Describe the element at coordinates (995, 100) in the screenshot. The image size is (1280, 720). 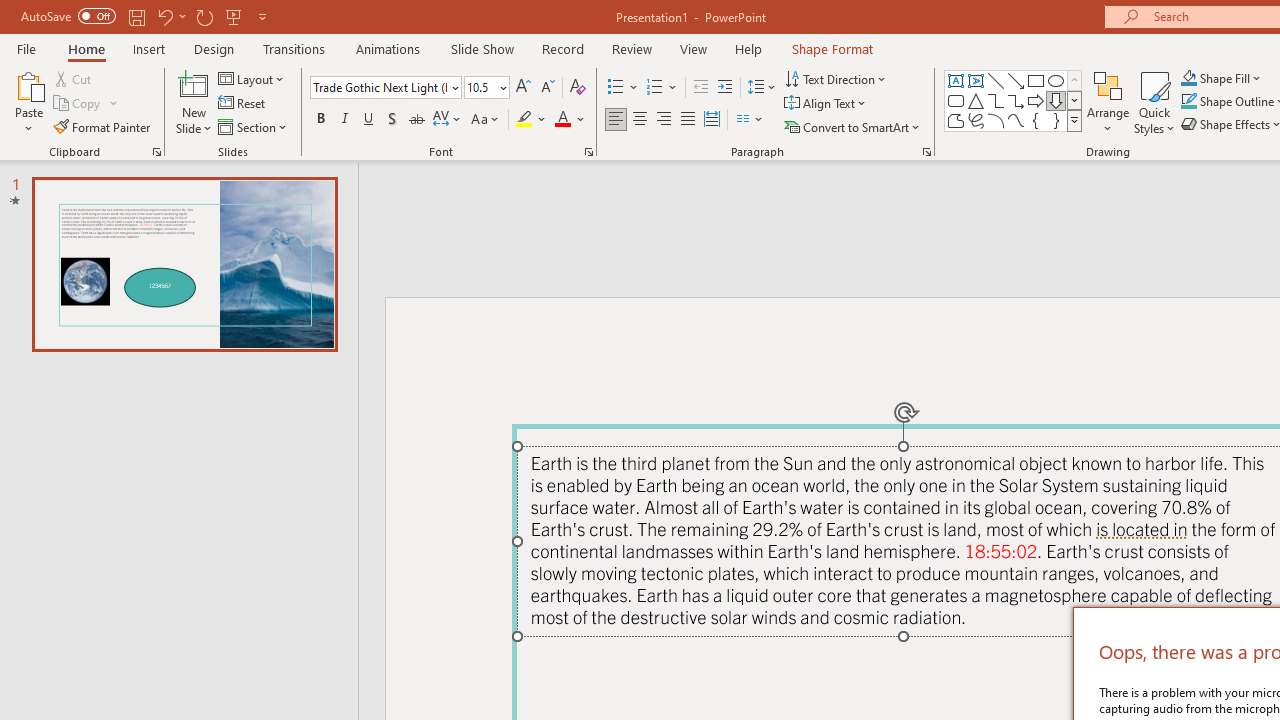
I see `'Connector: Elbow'` at that location.